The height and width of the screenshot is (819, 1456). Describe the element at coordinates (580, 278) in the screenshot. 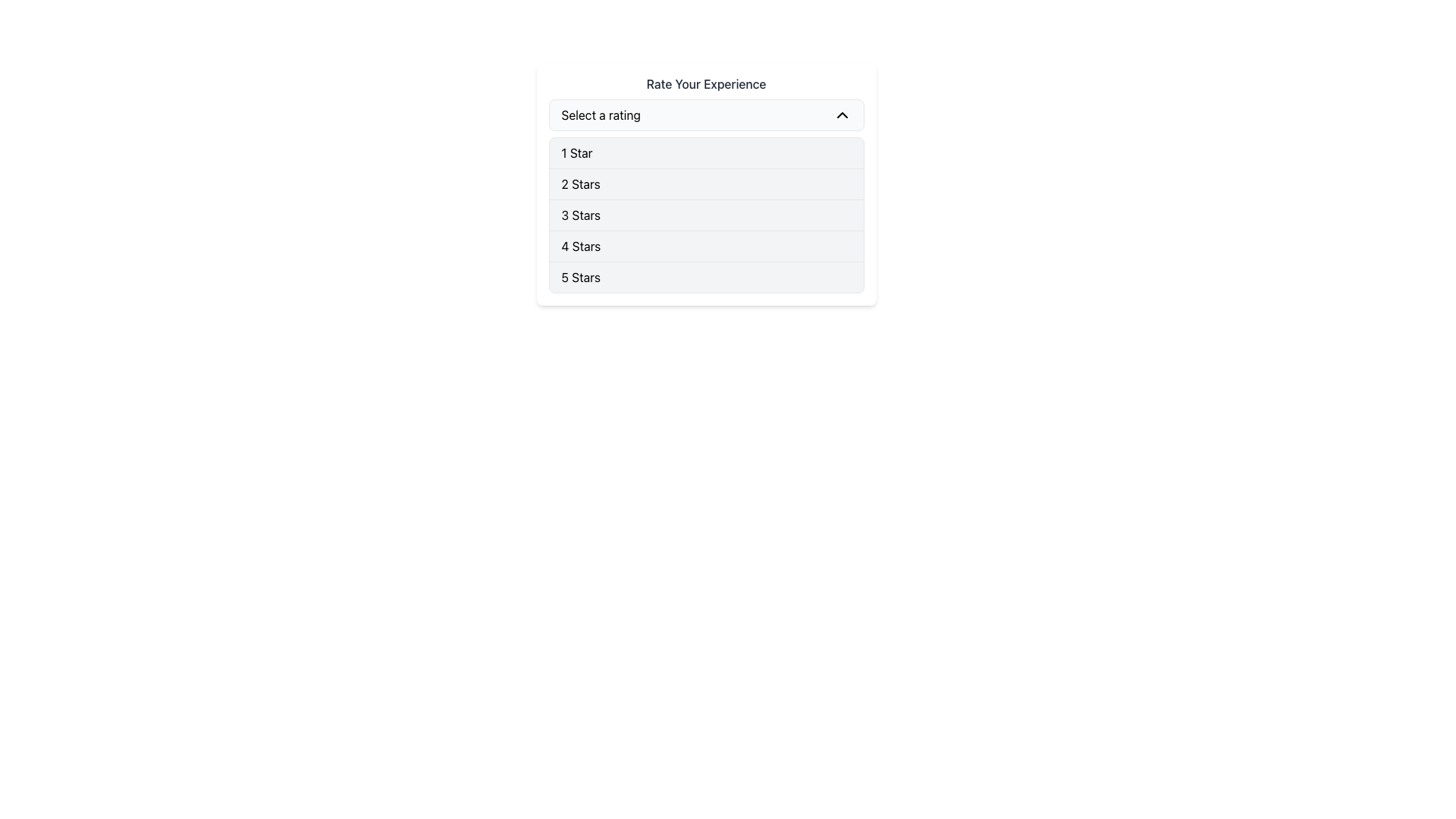

I see `the text label displaying '5 Stars'` at that location.